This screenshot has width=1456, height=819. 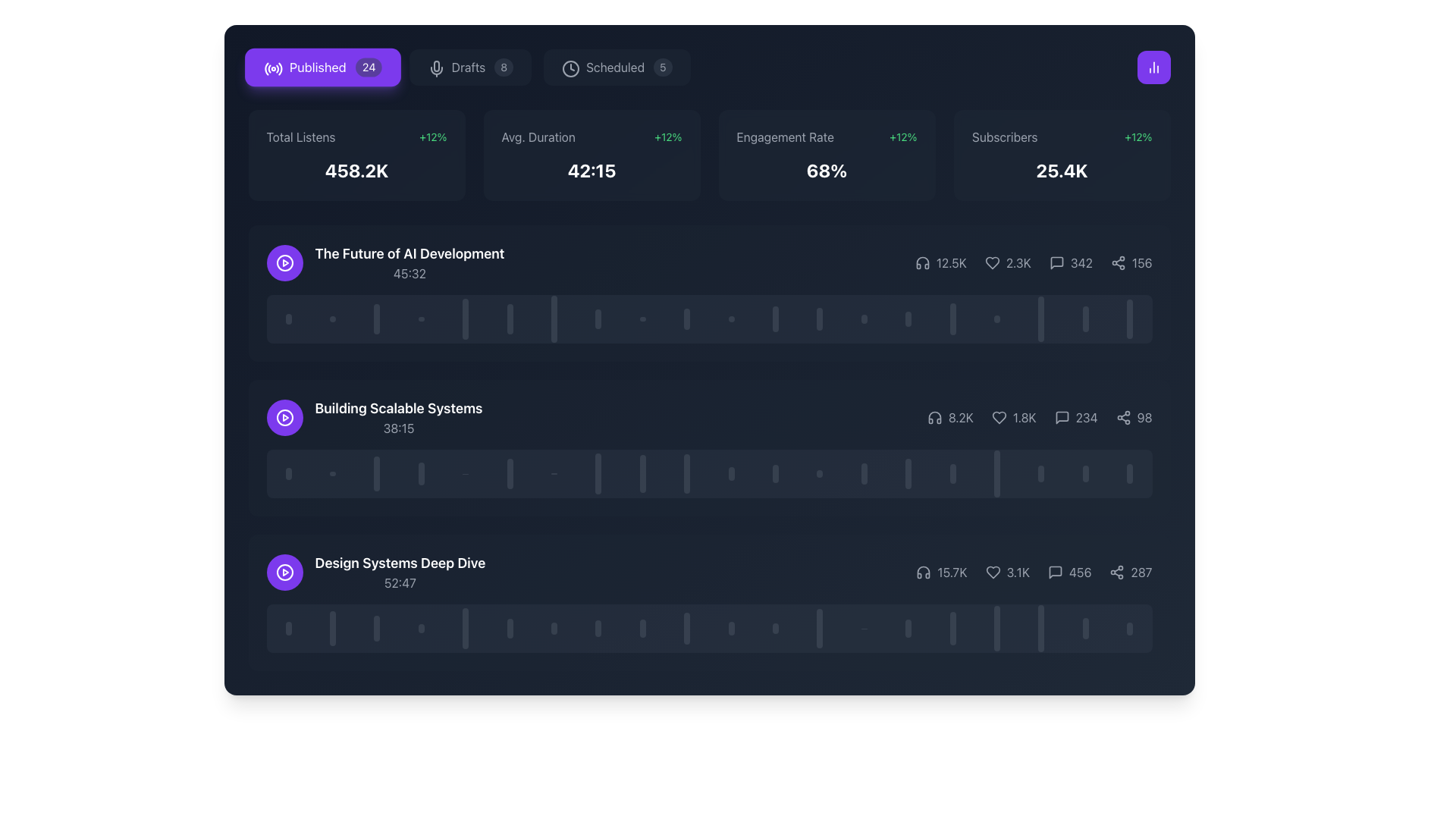 I want to click on the thin vertical gray bar with rounded ends, which is the third bar from the left in the group associated with 'The Future of AI Development', so click(x=377, y=318).